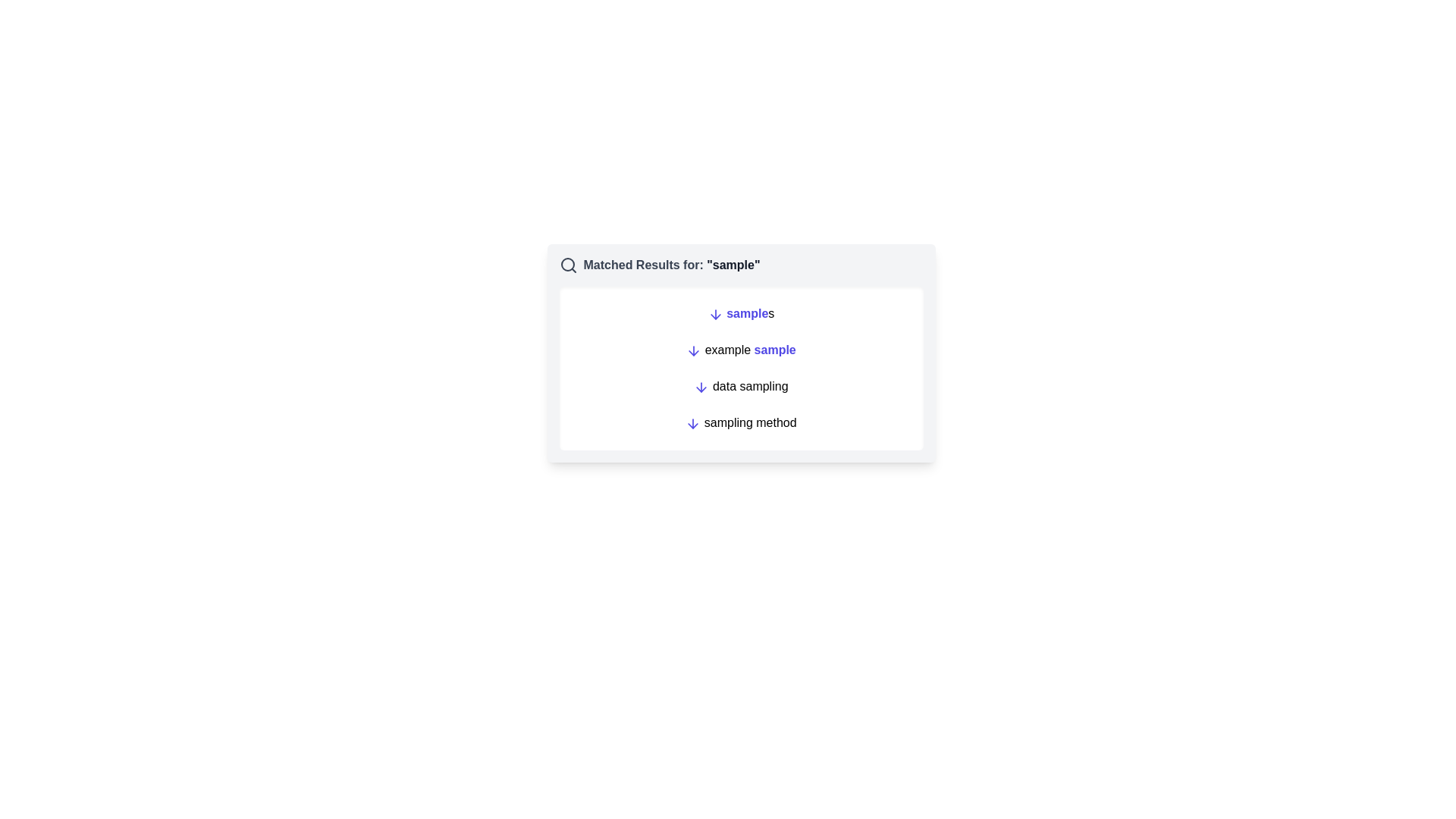 This screenshot has width=1456, height=819. I want to click on the third button in the menu list to activate the hover effect, which is located between the 'example sample' option and the 'sampling method' entry, so click(741, 385).